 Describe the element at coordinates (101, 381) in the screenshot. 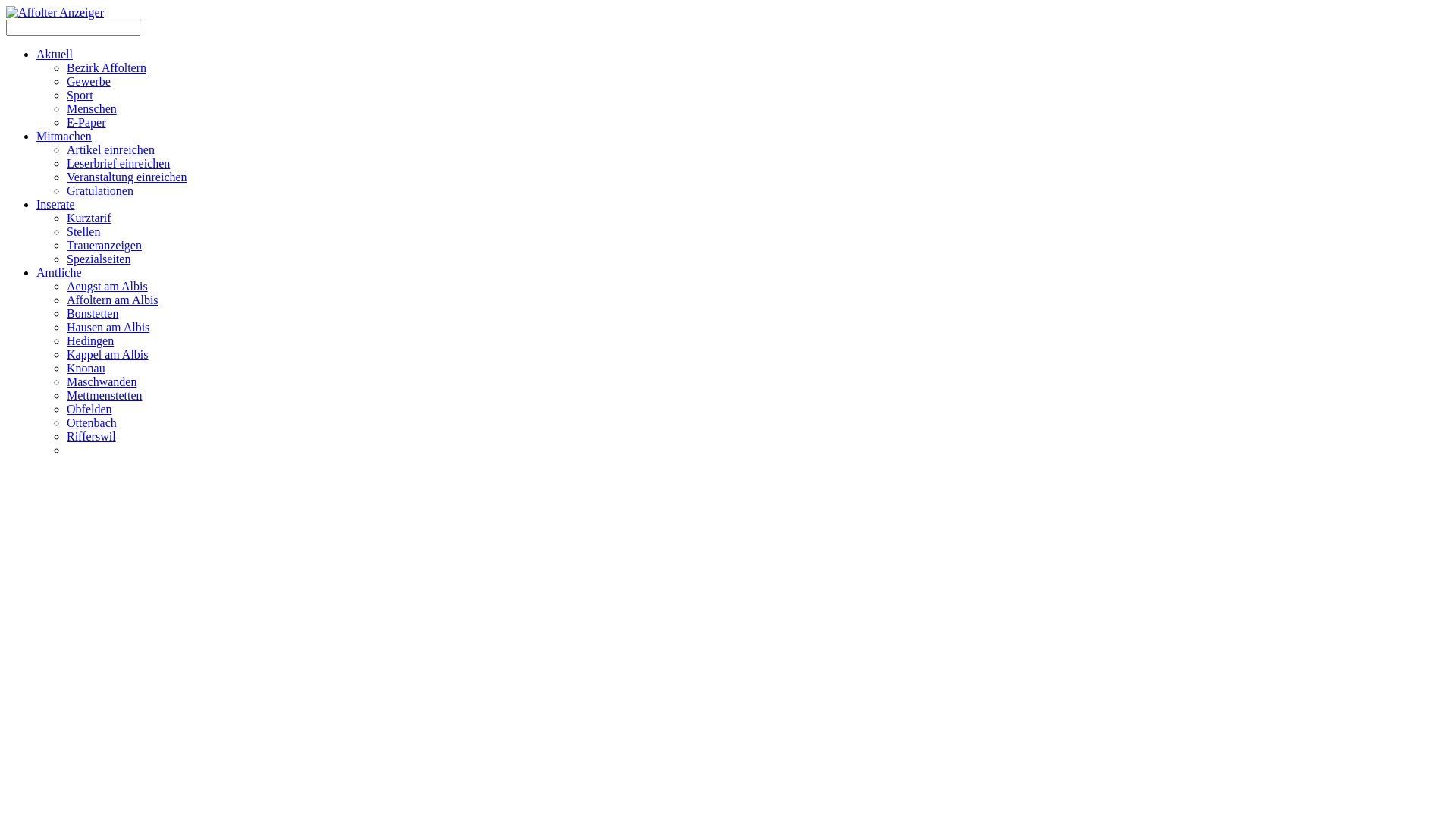

I see `'Maschwanden'` at that location.